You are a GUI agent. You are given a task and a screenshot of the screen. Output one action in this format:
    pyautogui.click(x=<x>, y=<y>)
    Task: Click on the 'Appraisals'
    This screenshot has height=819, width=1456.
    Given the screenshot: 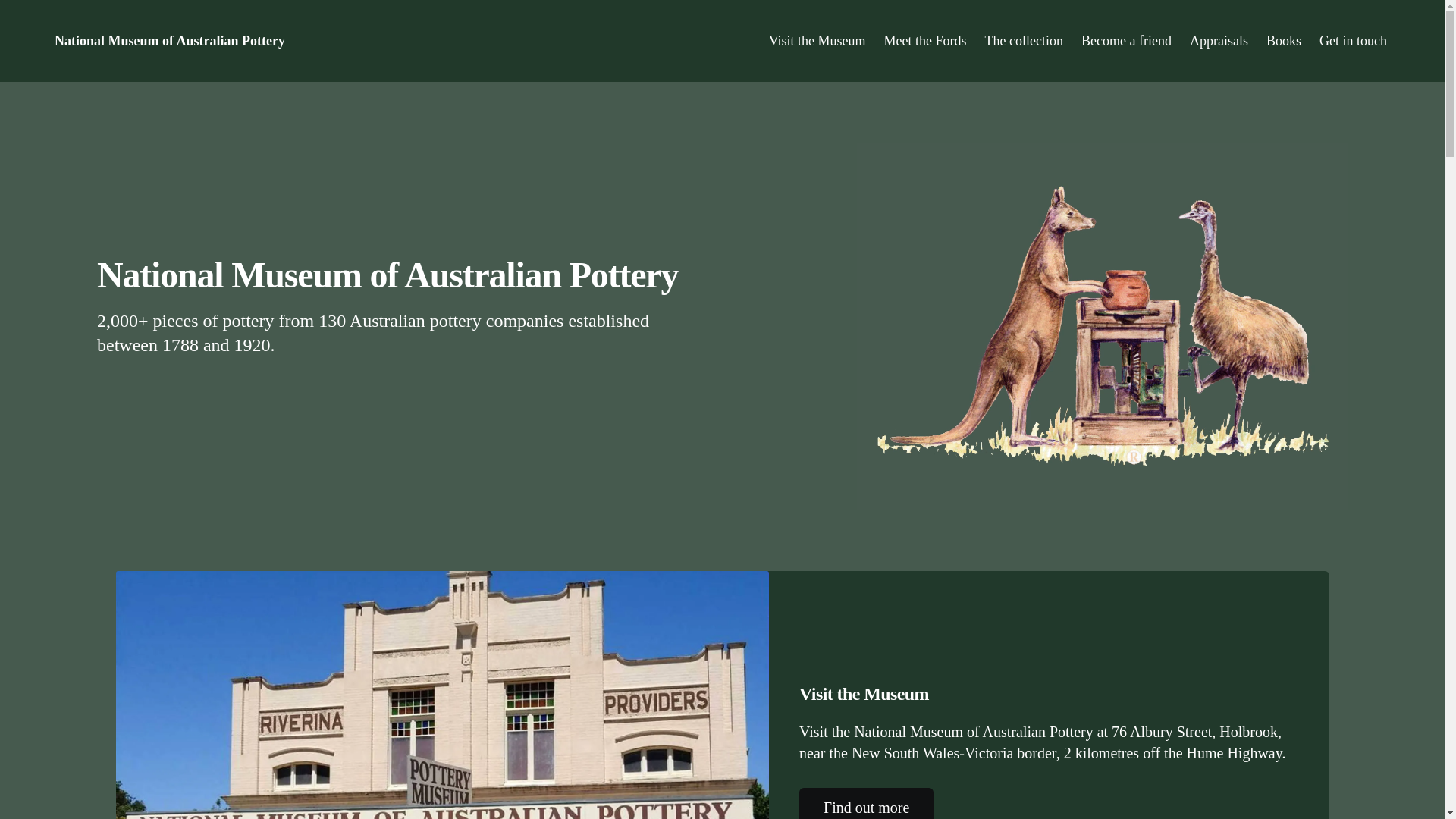 What is the action you would take?
    pyautogui.click(x=1219, y=40)
    